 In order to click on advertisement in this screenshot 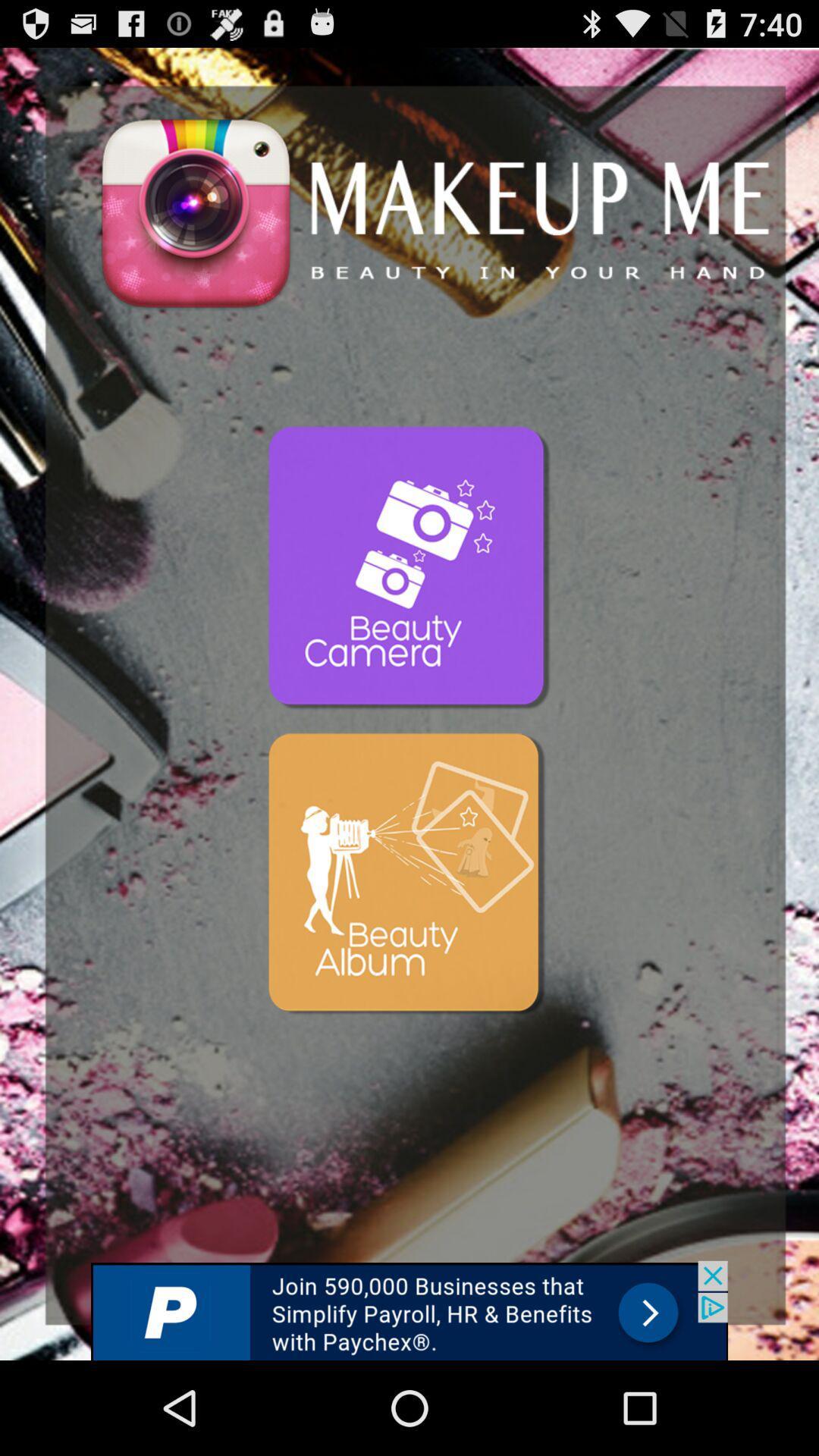, I will do `click(409, 1310)`.